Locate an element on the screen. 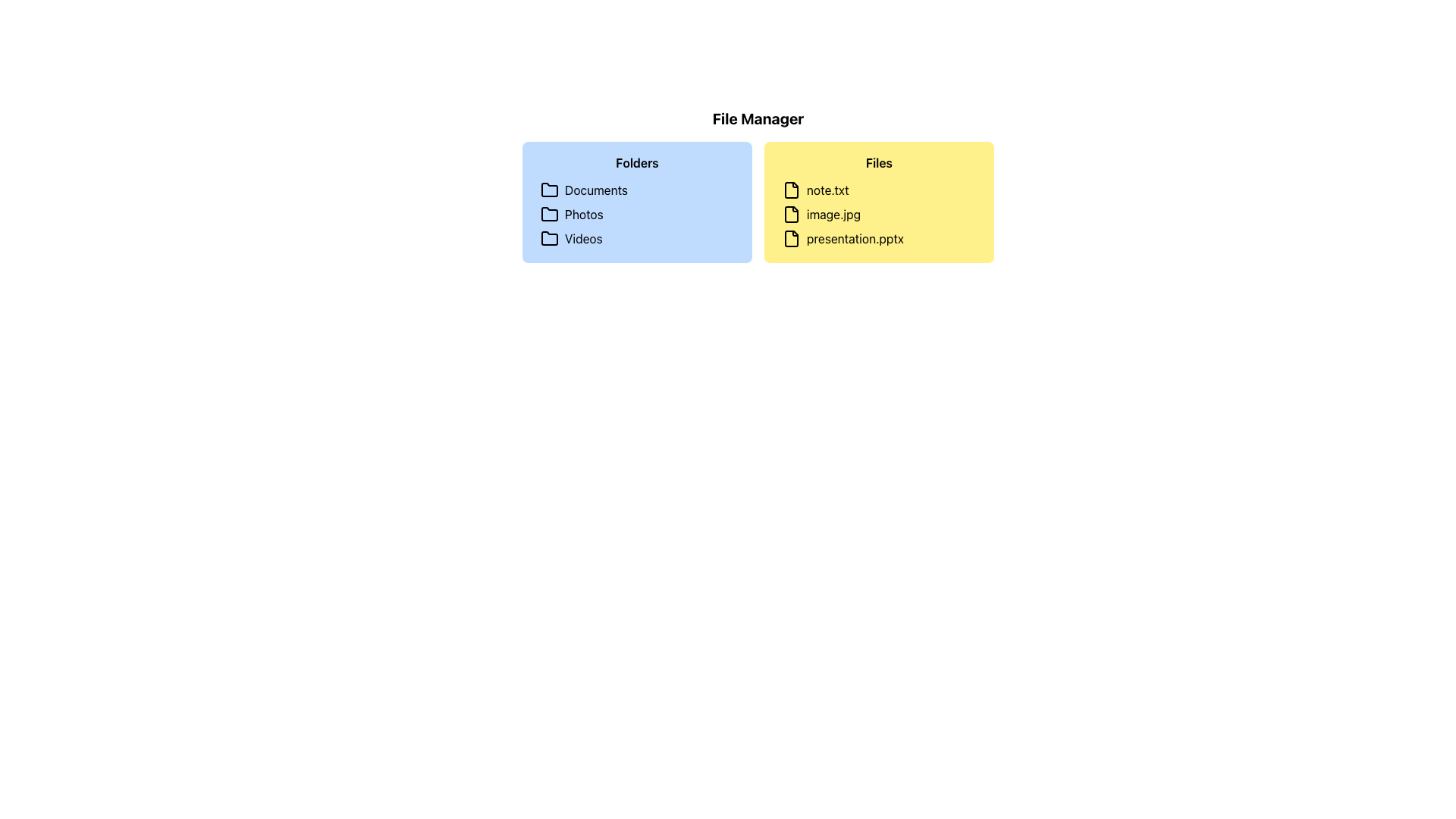 The height and width of the screenshot is (819, 1456). the file entry labeled 'image.jpg' is located at coordinates (879, 214).